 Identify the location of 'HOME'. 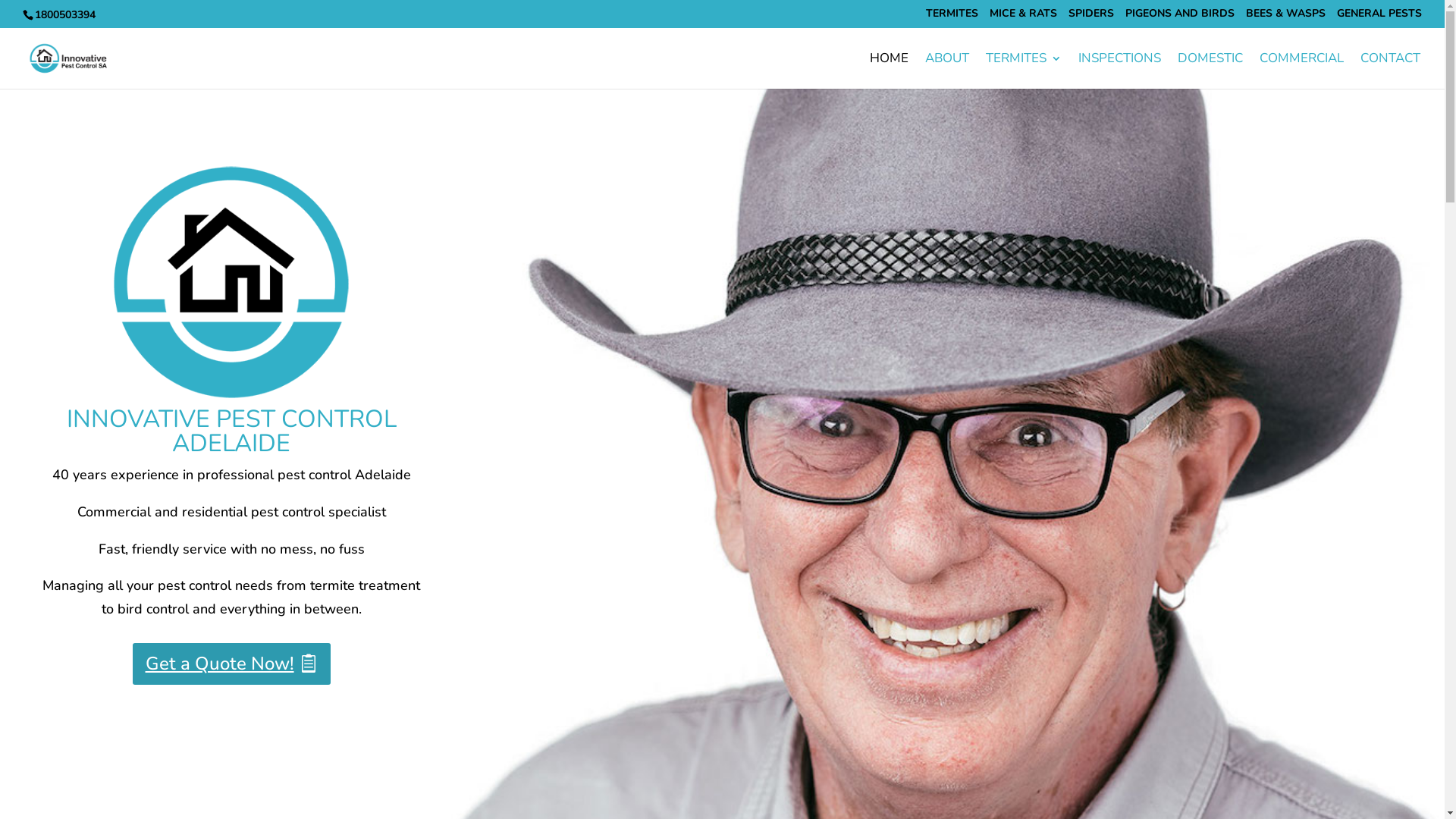
(889, 71).